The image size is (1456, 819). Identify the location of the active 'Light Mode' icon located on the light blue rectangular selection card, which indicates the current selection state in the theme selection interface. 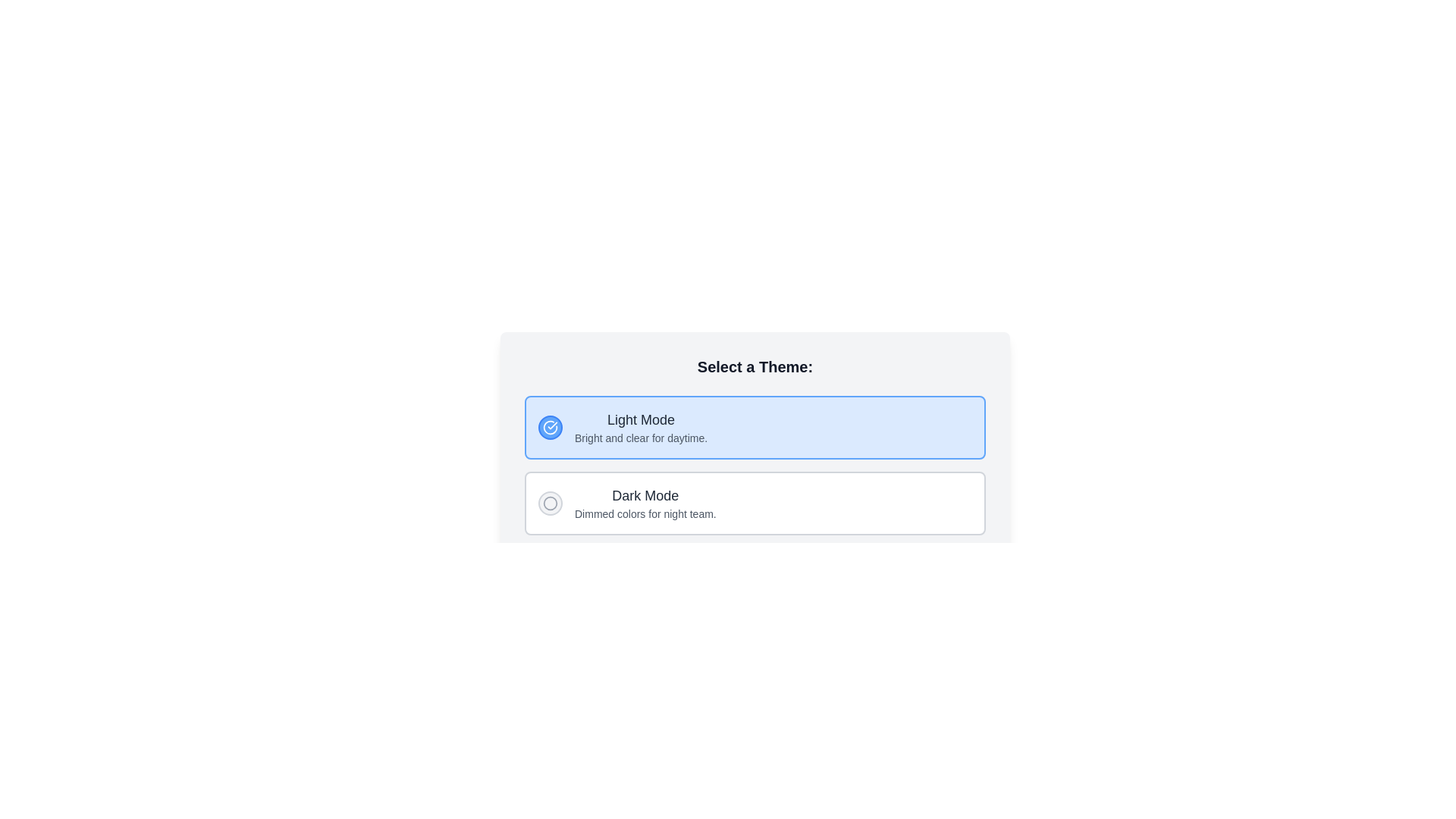
(549, 427).